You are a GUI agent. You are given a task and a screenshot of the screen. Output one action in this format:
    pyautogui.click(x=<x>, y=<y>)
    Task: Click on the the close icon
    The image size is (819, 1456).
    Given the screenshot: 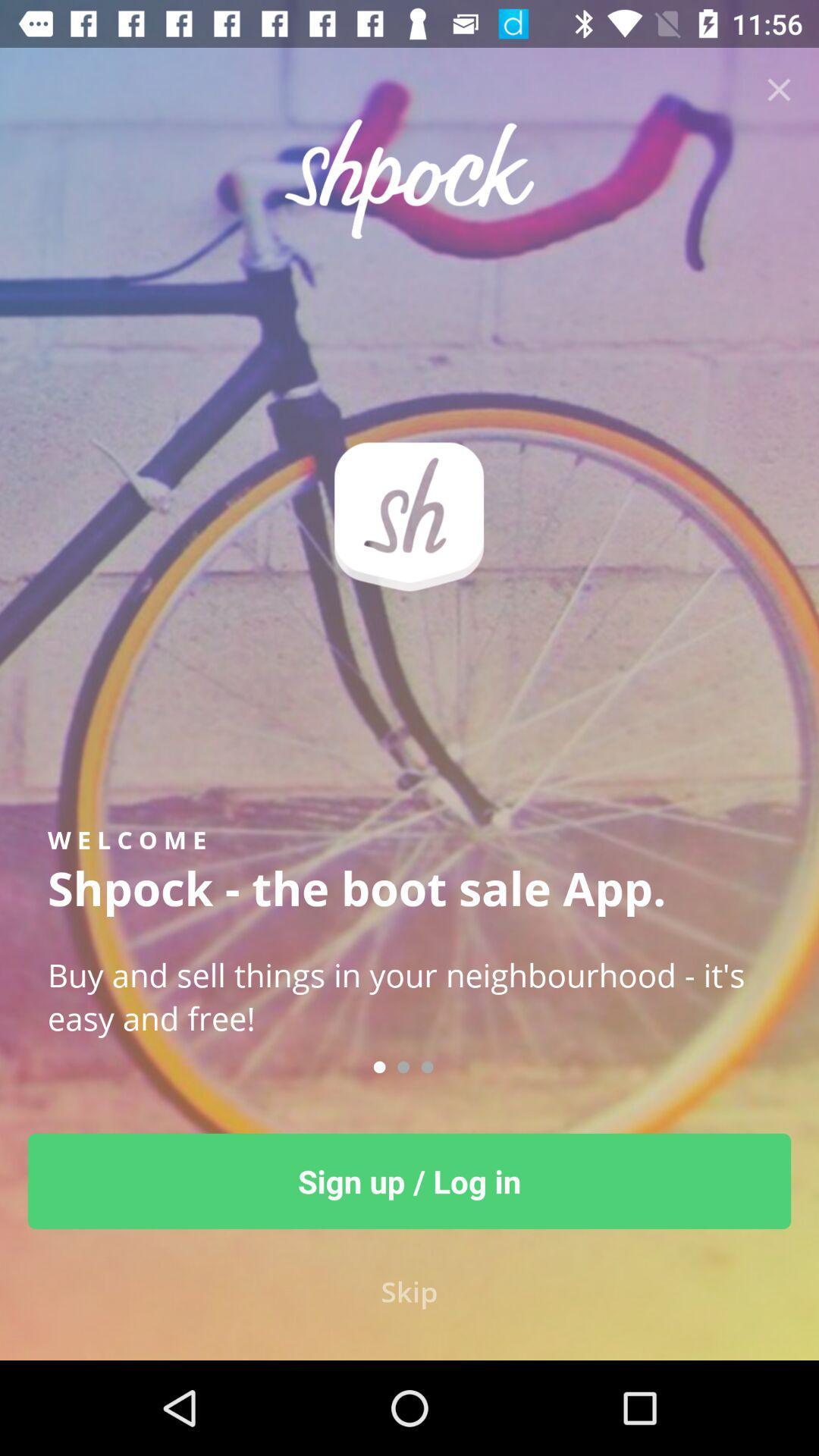 What is the action you would take?
    pyautogui.click(x=779, y=89)
    